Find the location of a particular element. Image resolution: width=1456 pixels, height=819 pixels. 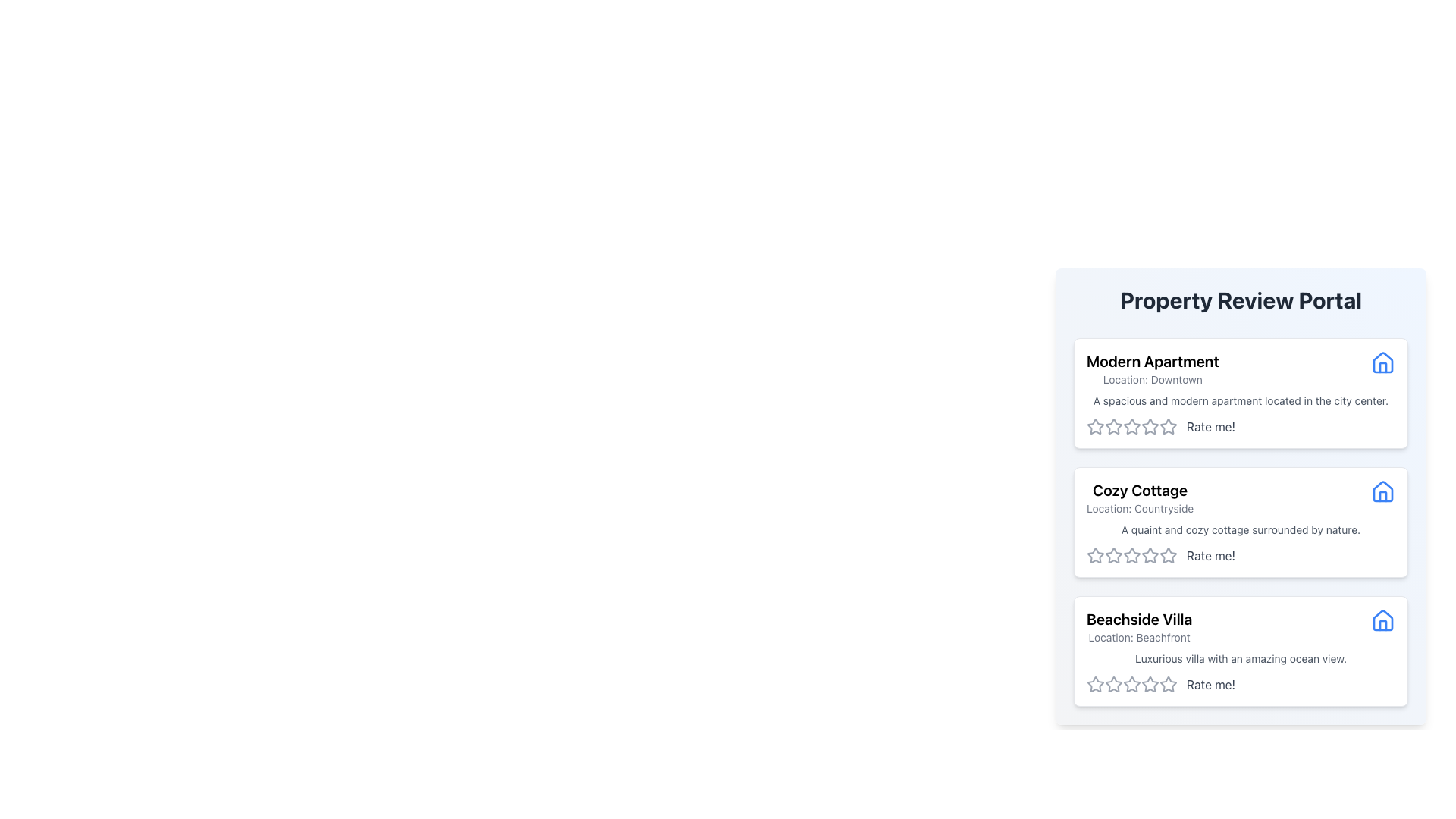

the text label displaying 'Location: Countryside', which is positioned beneath the title 'Cozy Cottage' is located at coordinates (1140, 509).